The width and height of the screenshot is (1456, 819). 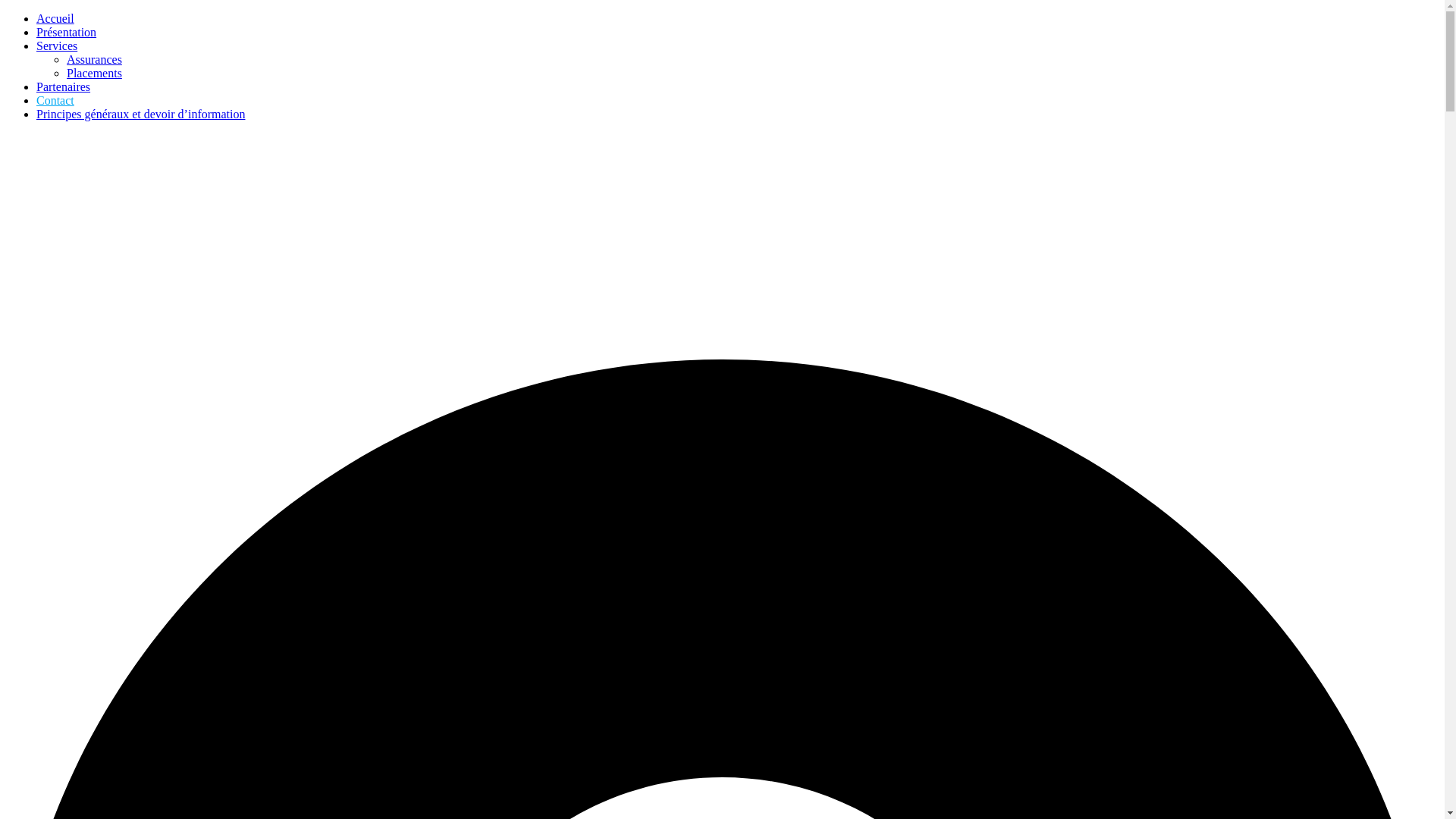 What do you see at coordinates (93, 58) in the screenshot?
I see `'Assurances'` at bounding box center [93, 58].